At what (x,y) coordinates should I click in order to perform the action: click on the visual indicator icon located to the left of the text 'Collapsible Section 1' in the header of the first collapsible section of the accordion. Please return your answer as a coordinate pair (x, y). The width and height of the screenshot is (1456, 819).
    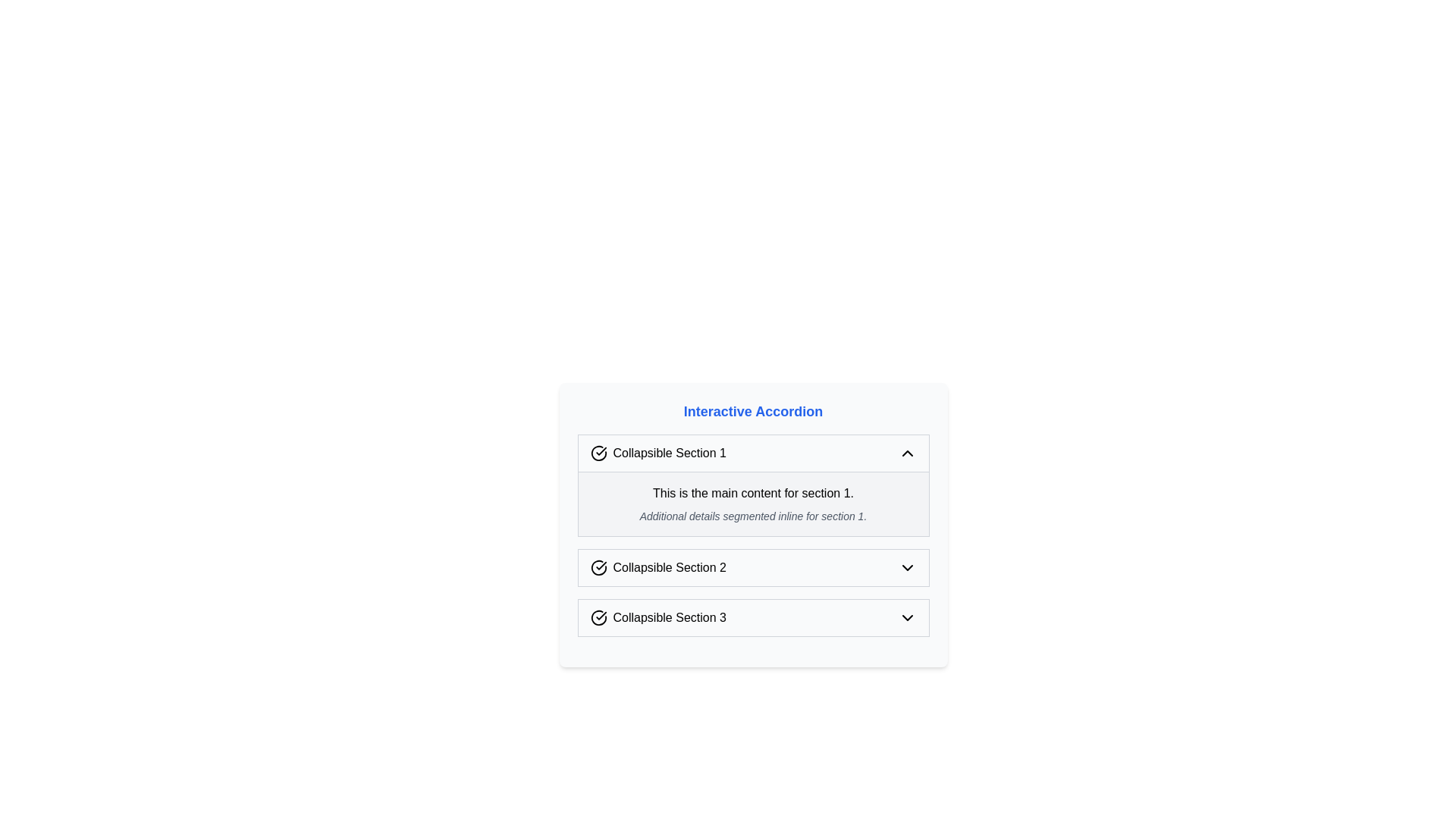
    Looking at the image, I should click on (598, 452).